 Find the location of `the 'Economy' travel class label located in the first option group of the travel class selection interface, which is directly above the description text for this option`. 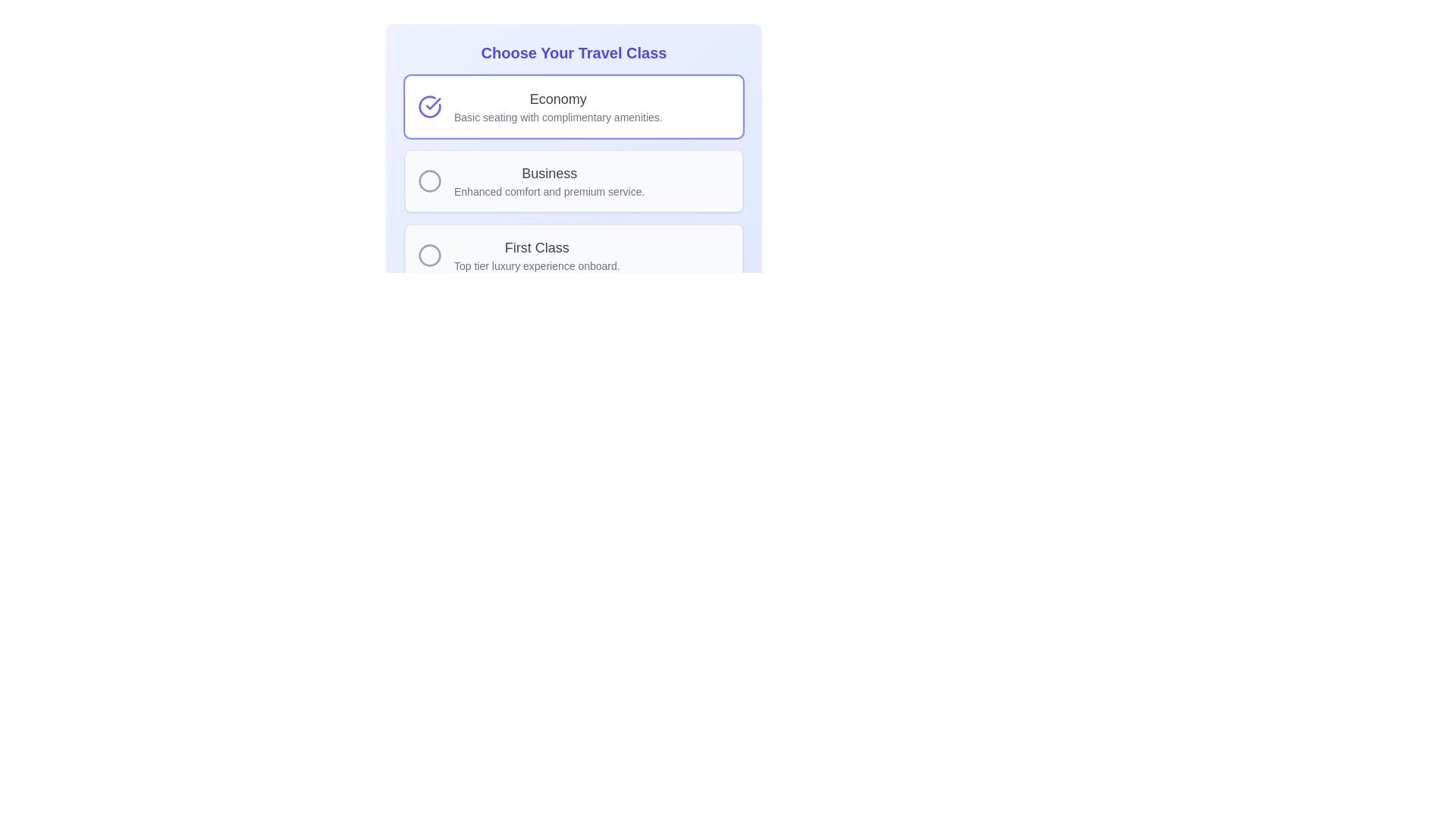

the 'Economy' travel class label located in the first option group of the travel class selection interface, which is directly above the description text for this option is located at coordinates (557, 99).